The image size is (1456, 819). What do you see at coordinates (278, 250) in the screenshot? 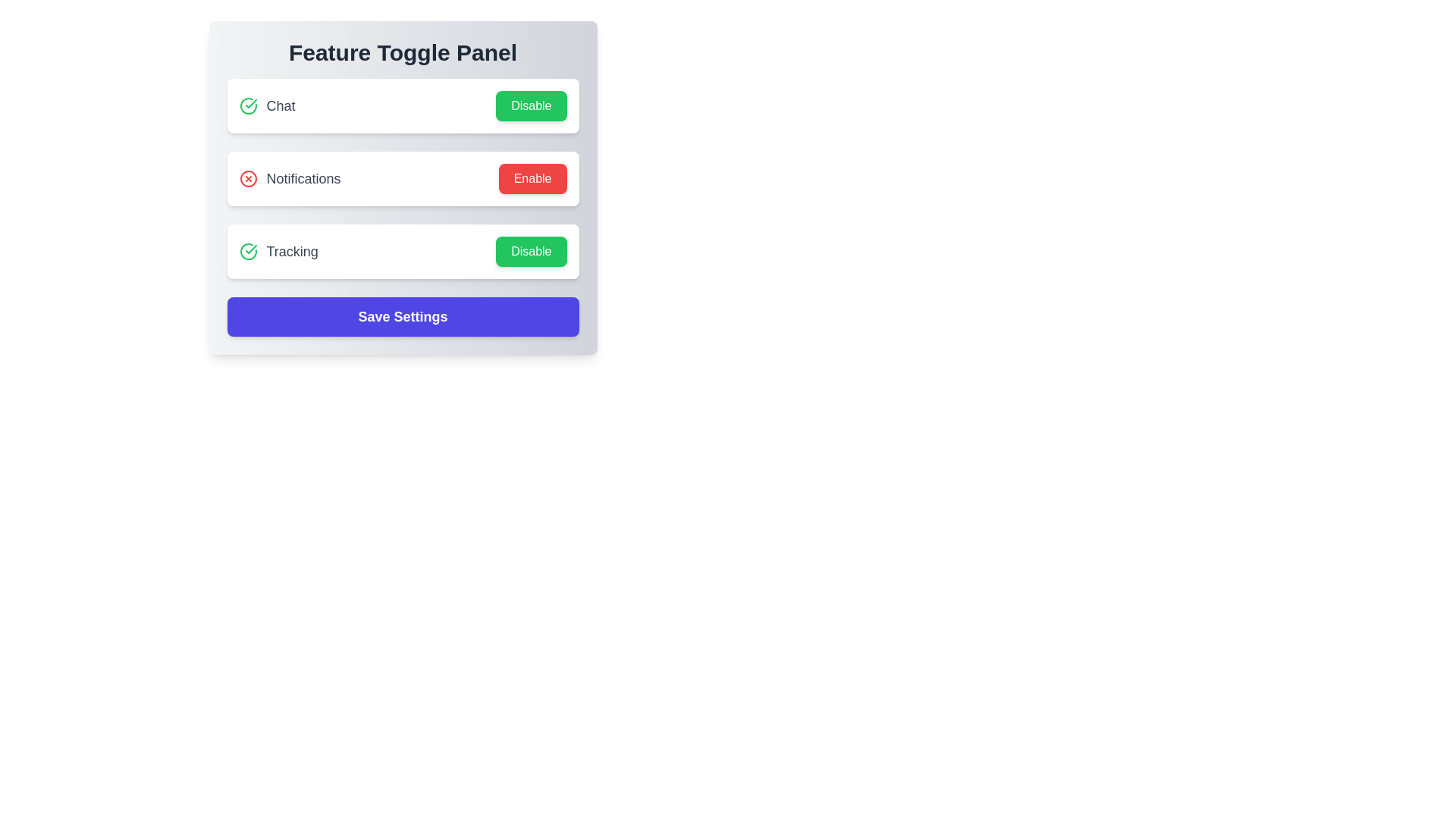
I see `the feature name tracking by double-clicking on it` at bounding box center [278, 250].